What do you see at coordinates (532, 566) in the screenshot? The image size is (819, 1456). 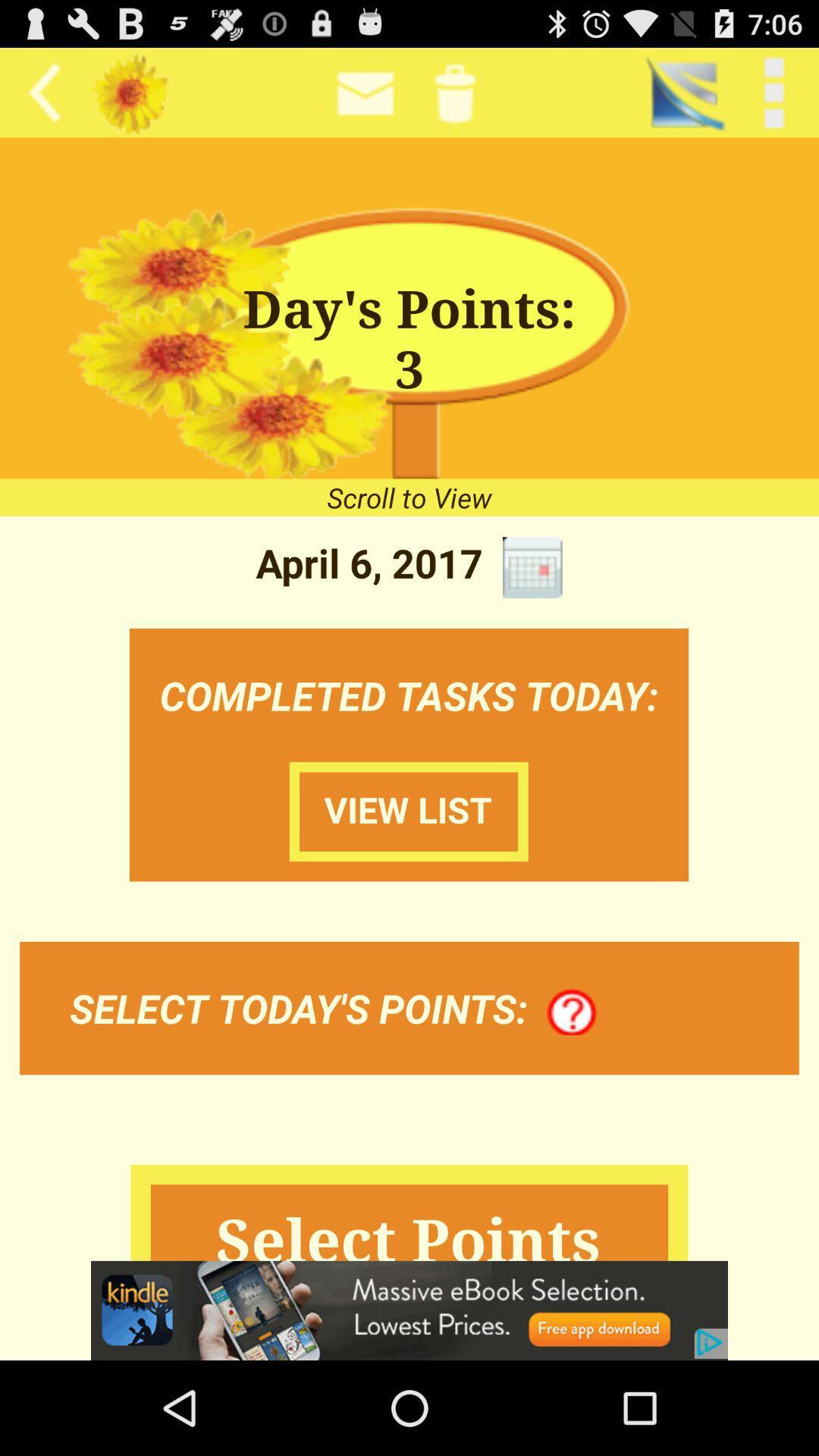 I see `icon to the right of the april 6, 2017 icon` at bounding box center [532, 566].